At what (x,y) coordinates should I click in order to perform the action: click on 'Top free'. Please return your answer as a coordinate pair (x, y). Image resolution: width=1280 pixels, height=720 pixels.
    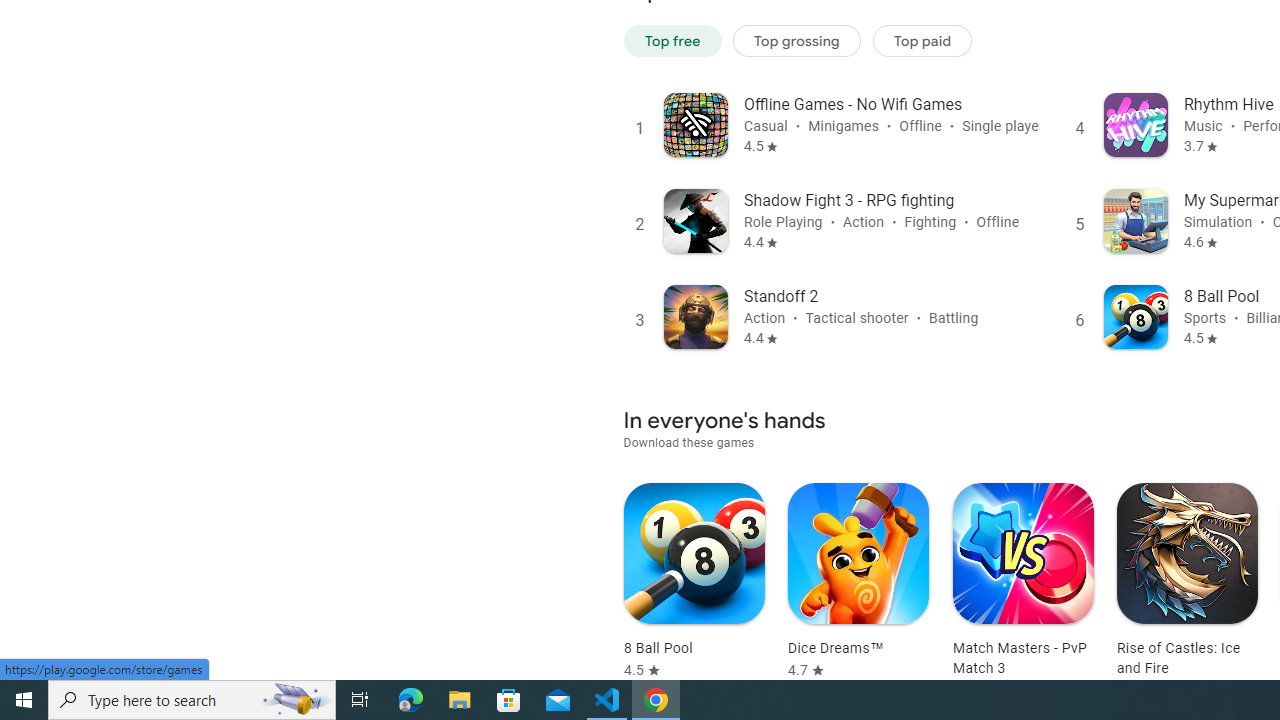
    Looking at the image, I should click on (672, 40).